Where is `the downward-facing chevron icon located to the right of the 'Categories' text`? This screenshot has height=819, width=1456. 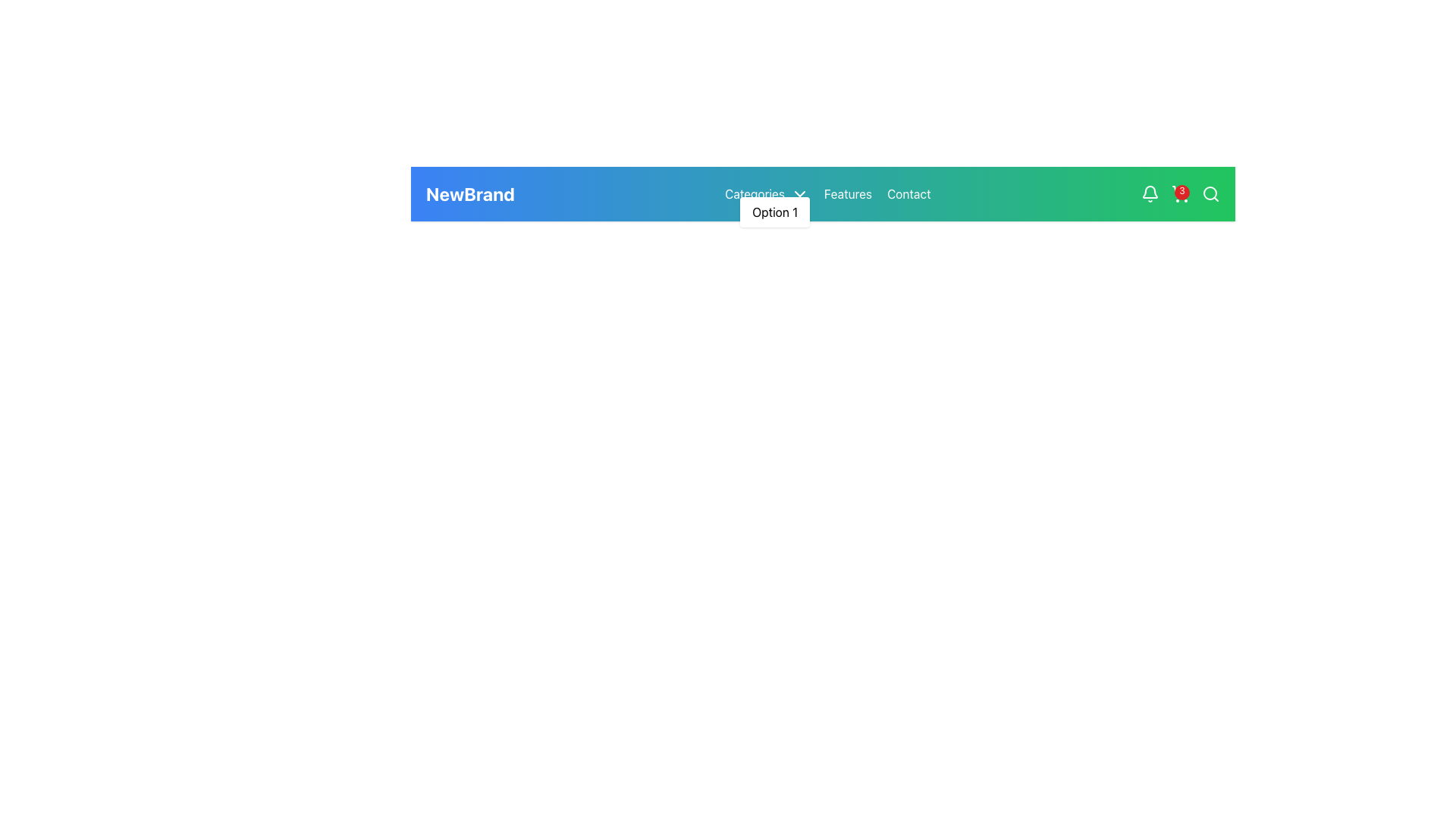 the downward-facing chevron icon located to the right of the 'Categories' text is located at coordinates (799, 193).